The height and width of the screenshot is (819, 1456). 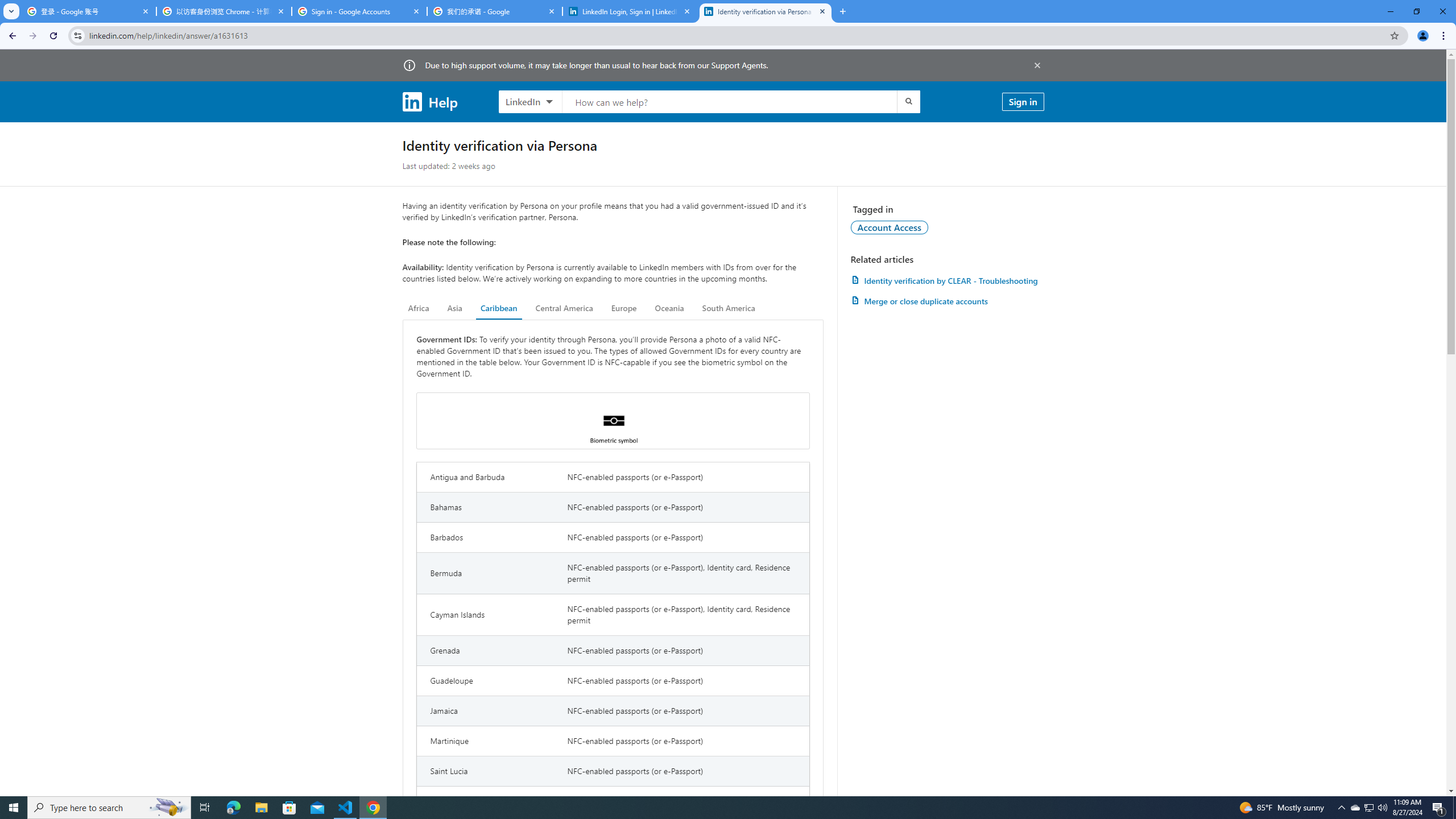 What do you see at coordinates (630, 11) in the screenshot?
I see `'LinkedIn Login, Sign in | LinkedIn'` at bounding box center [630, 11].